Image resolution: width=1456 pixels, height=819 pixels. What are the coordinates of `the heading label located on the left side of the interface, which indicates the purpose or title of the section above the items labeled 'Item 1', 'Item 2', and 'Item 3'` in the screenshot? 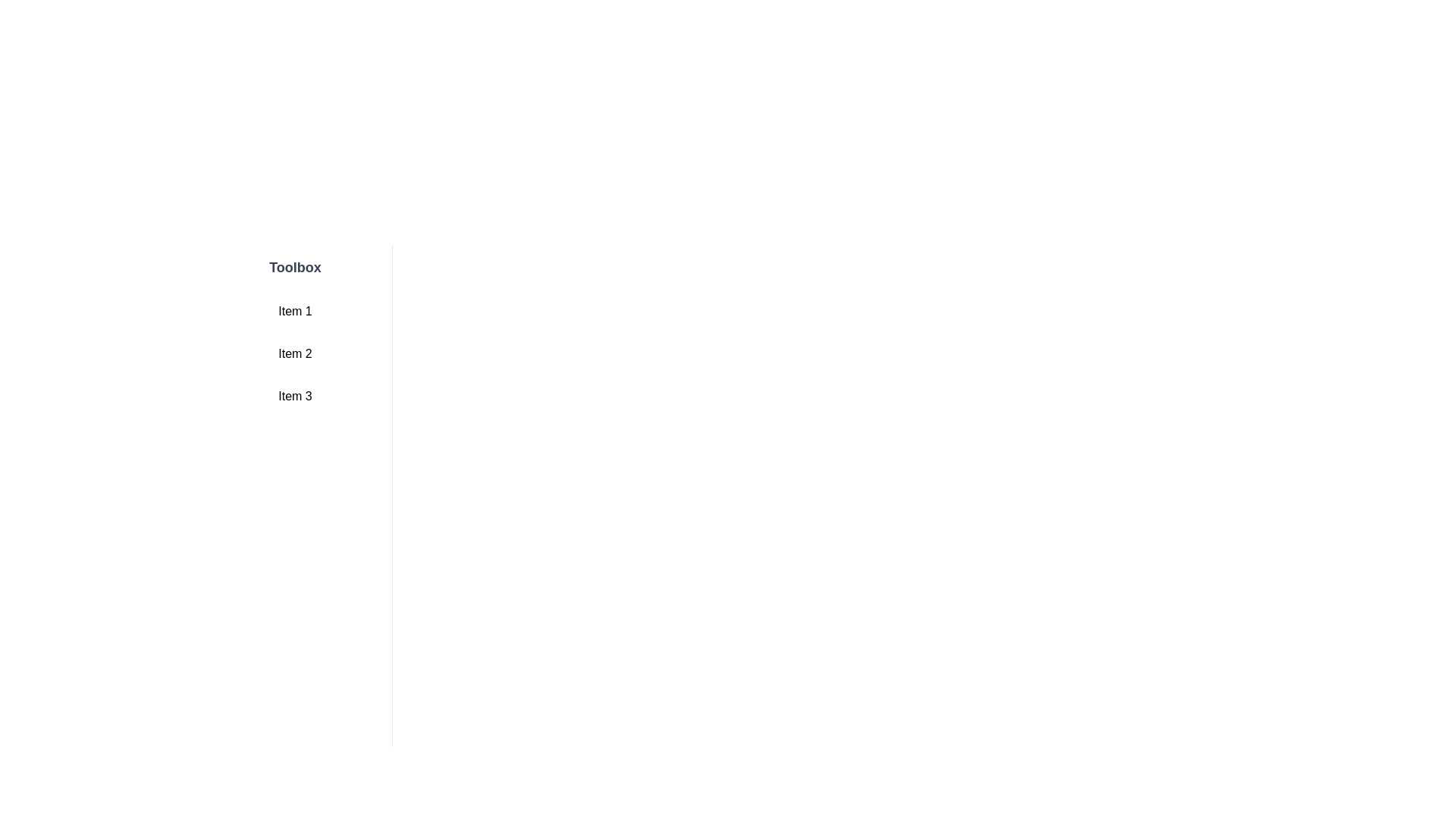 It's located at (295, 267).